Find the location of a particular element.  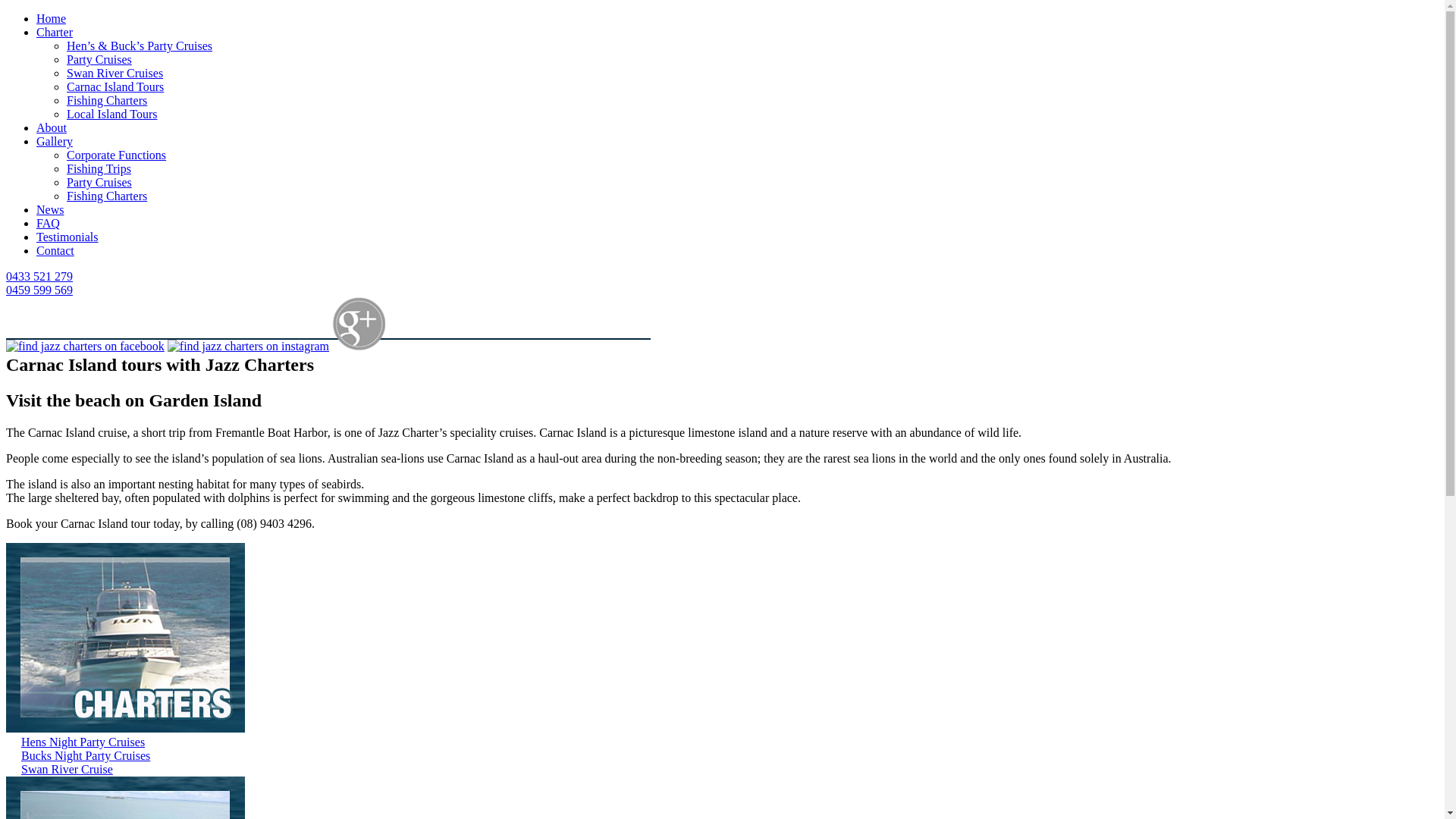

'Hens Night Party Cruises' is located at coordinates (82, 741).